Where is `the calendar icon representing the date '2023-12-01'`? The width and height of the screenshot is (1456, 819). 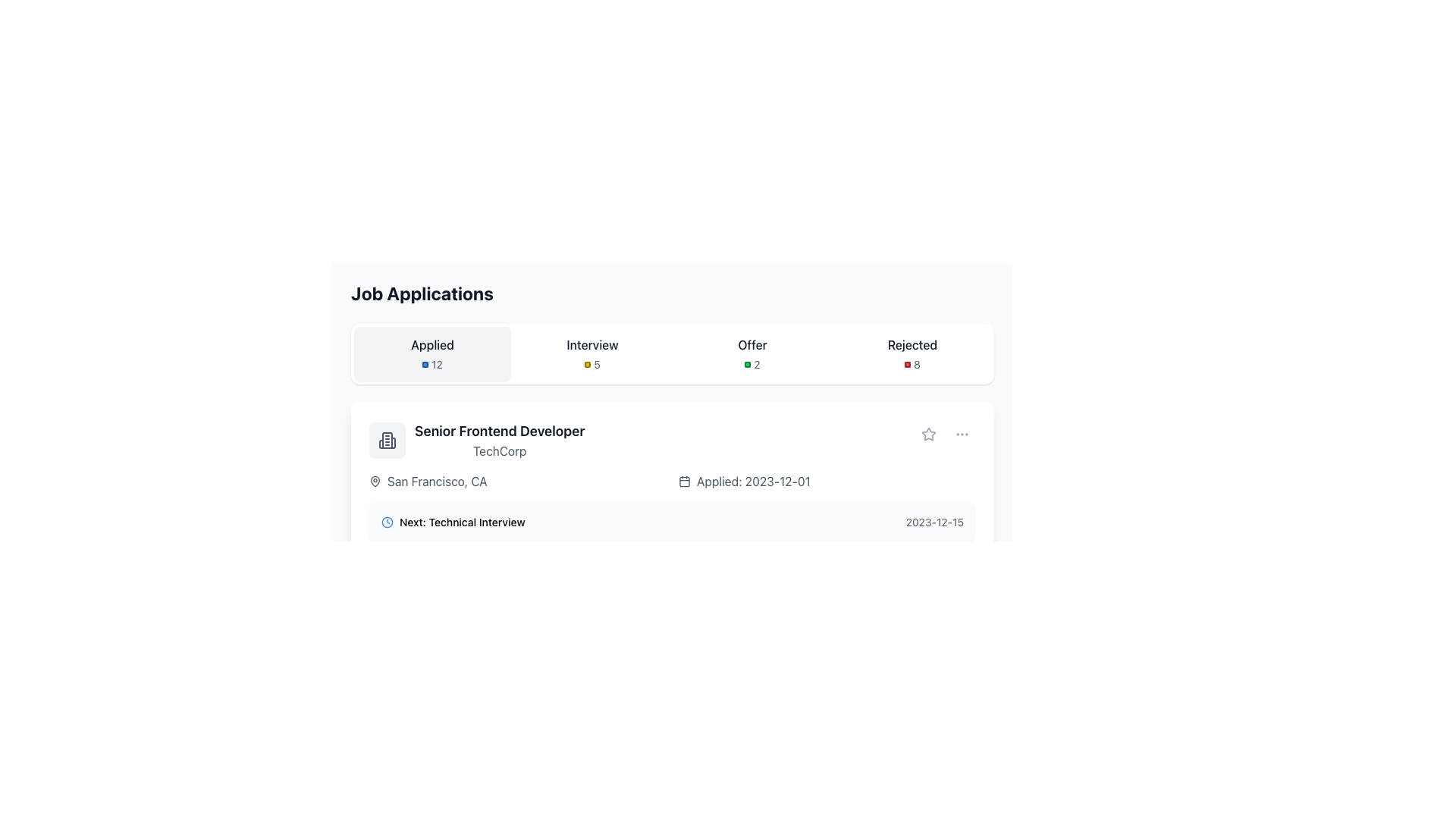
the calendar icon representing the date '2023-12-01' is located at coordinates (683, 482).